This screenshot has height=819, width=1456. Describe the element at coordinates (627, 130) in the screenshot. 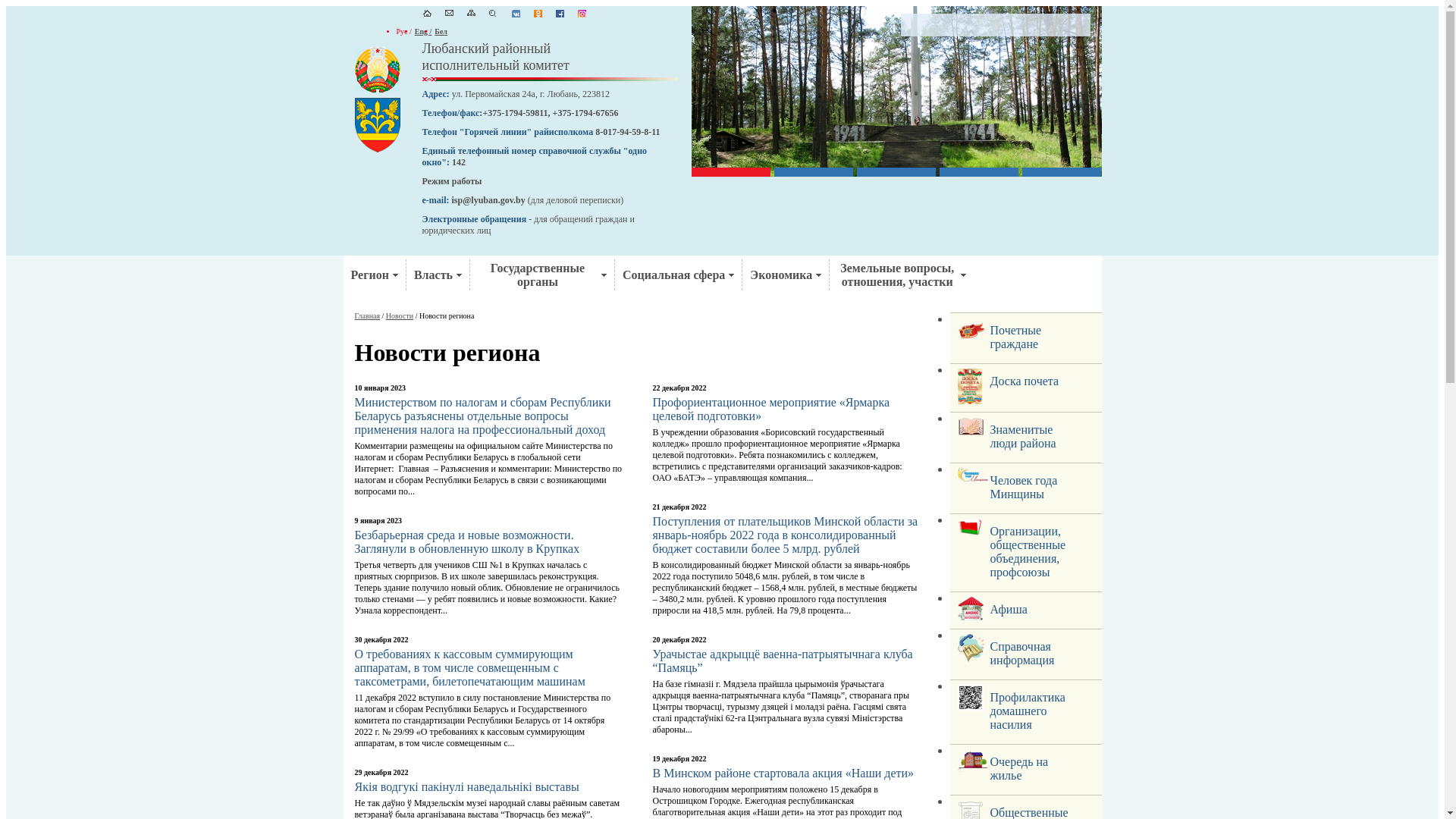

I see `'8-017-94-59-8-11'` at that location.